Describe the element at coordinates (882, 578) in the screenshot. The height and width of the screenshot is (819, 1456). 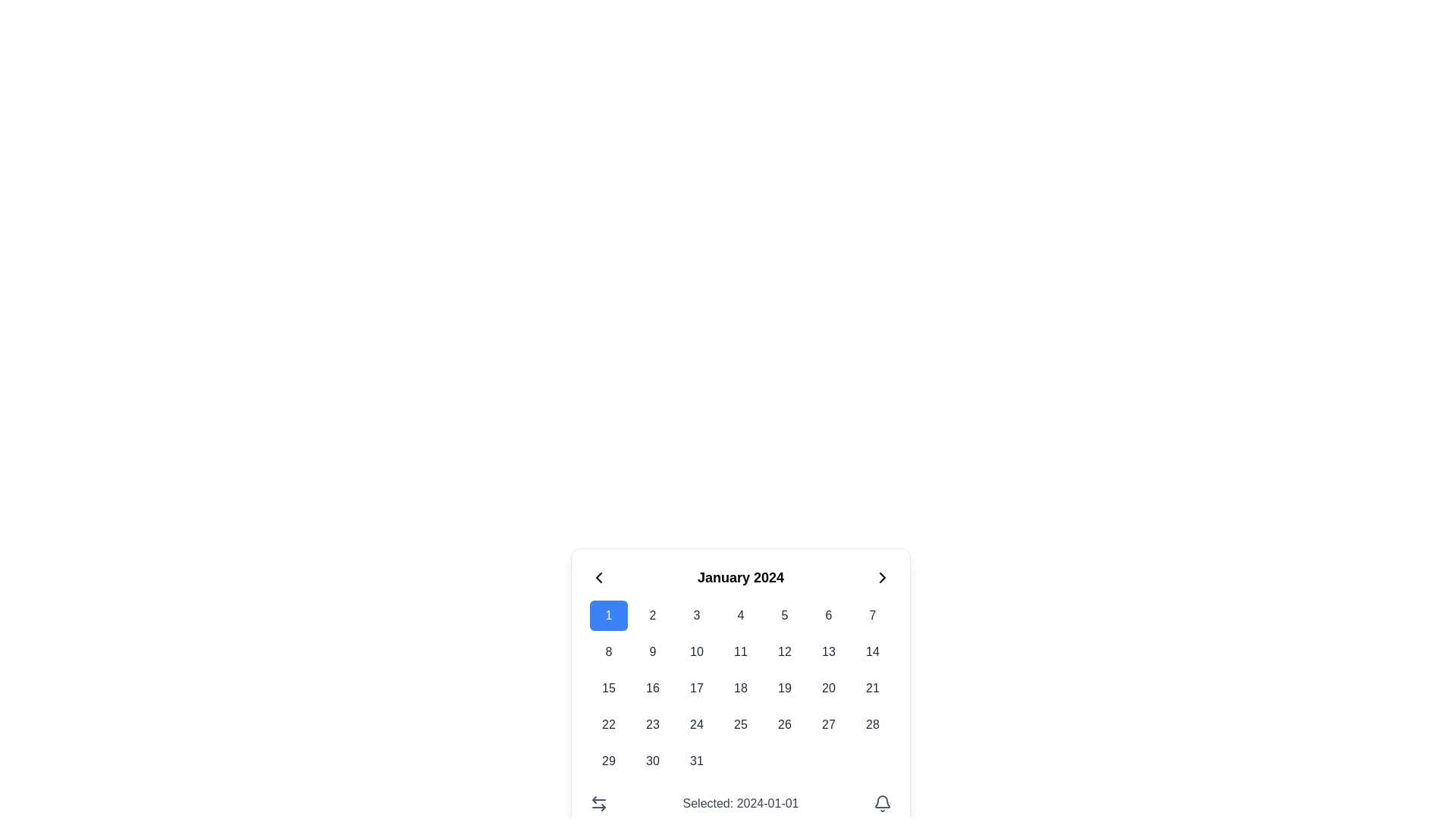
I see `the rightward-pointing chevron icon in the calendar interface located next to the 'January 2024' date label` at that location.